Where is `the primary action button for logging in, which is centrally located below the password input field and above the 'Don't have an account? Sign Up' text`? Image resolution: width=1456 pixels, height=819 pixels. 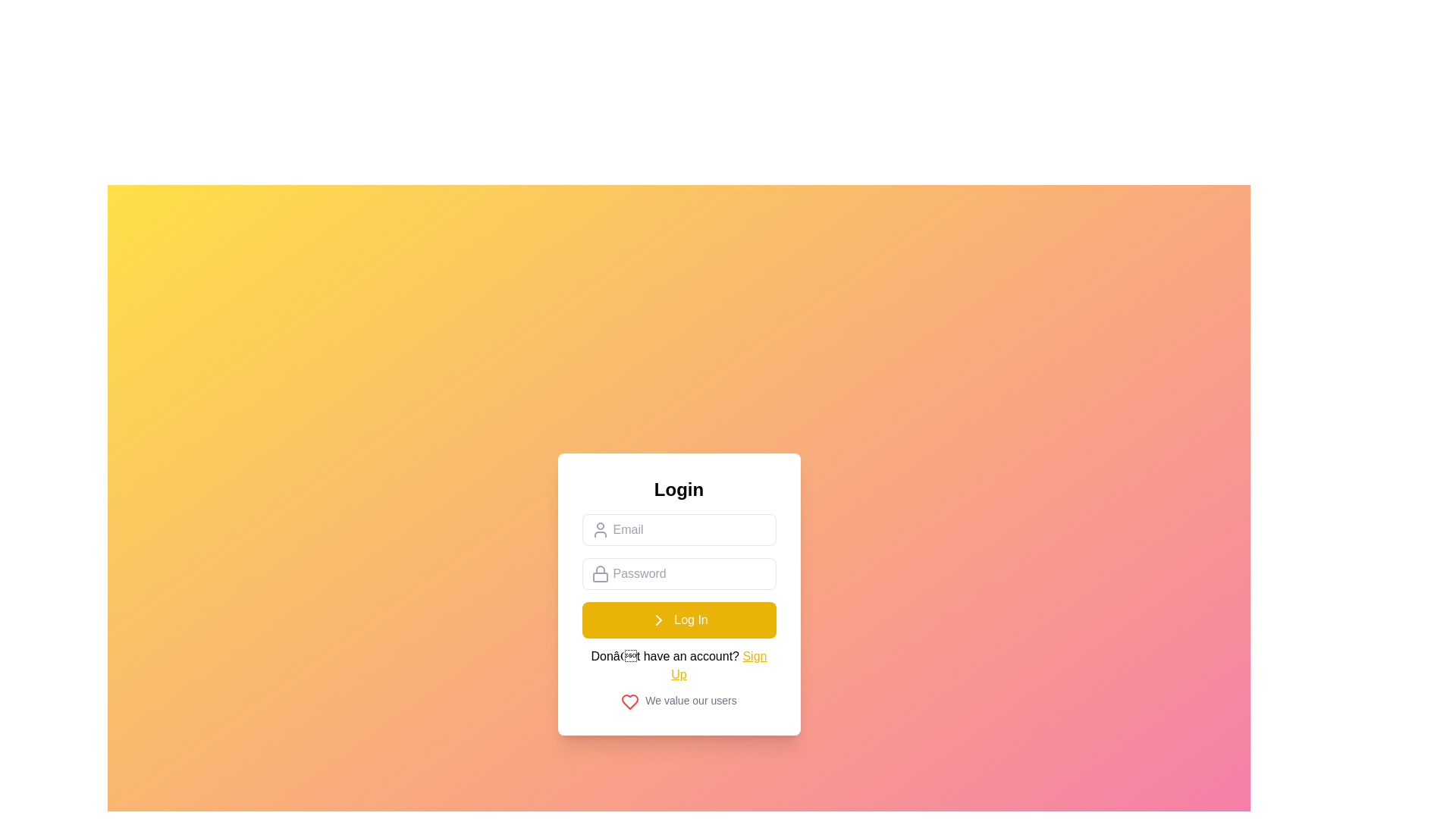 the primary action button for logging in, which is centrally located below the password input field and above the 'Don't have an account? Sign Up' text is located at coordinates (678, 620).